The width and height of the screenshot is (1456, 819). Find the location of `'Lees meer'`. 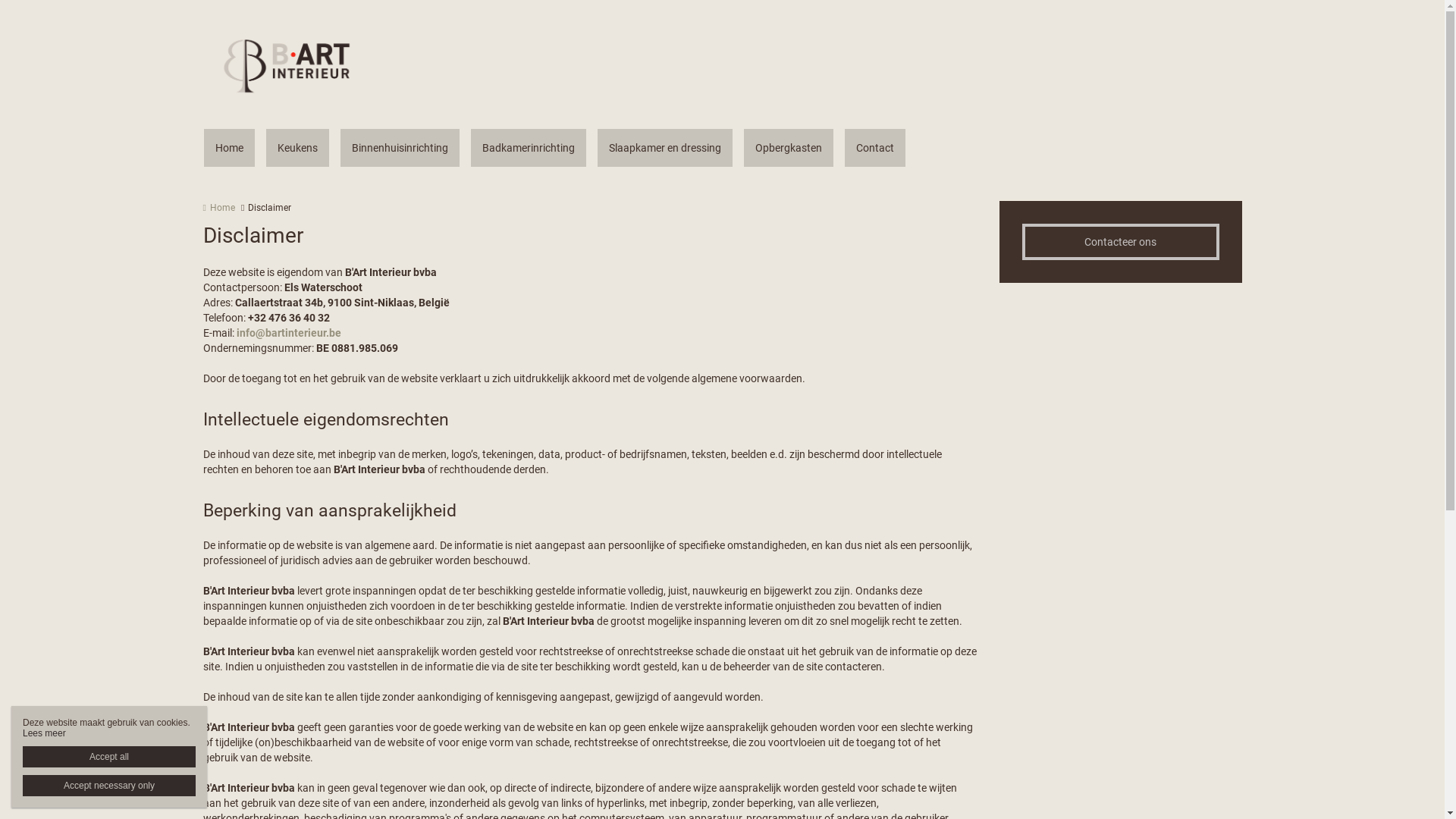

'Lees meer' is located at coordinates (44, 733).